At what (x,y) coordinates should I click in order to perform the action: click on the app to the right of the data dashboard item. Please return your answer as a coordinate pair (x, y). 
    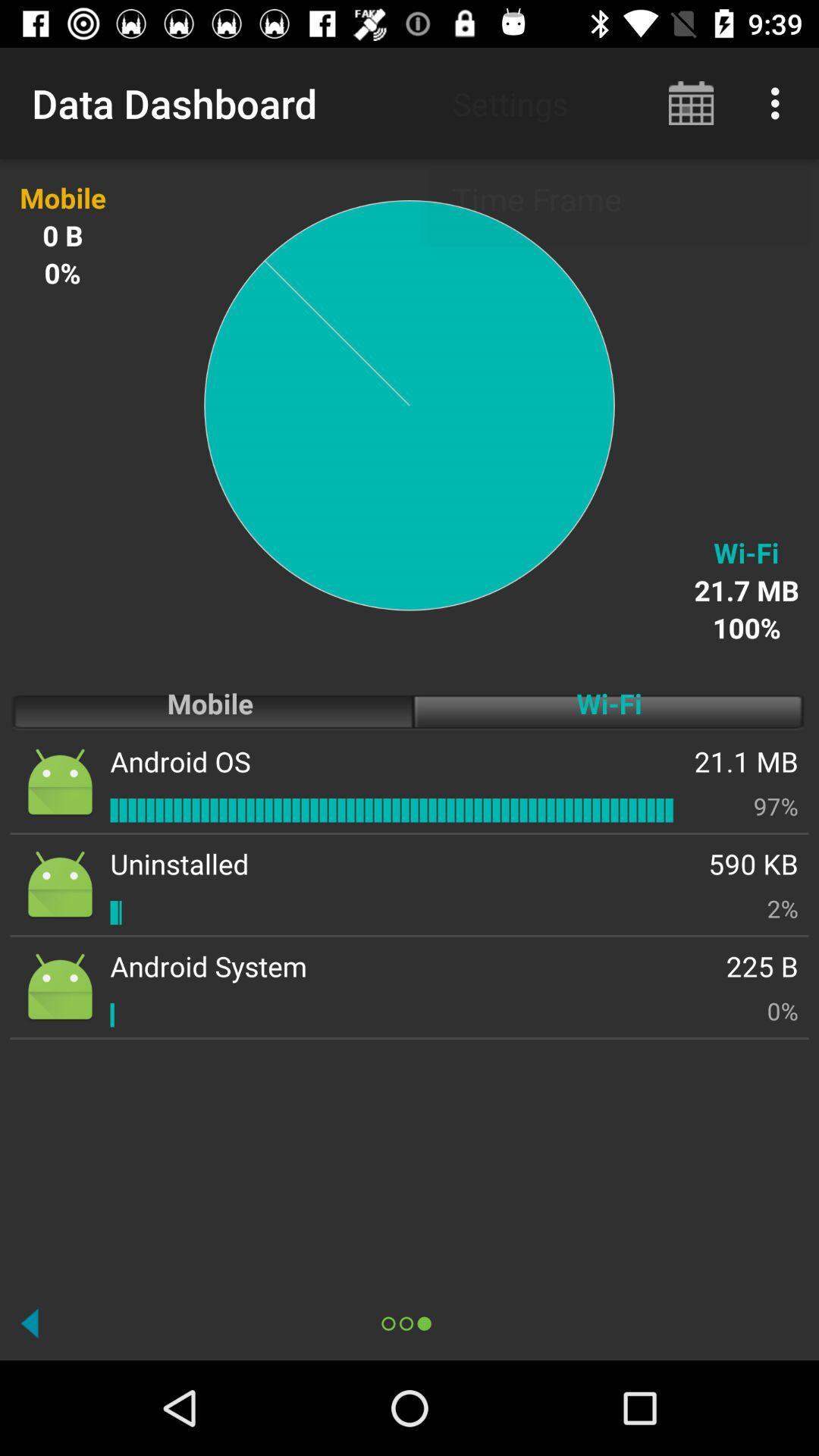
    Looking at the image, I should click on (691, 102).